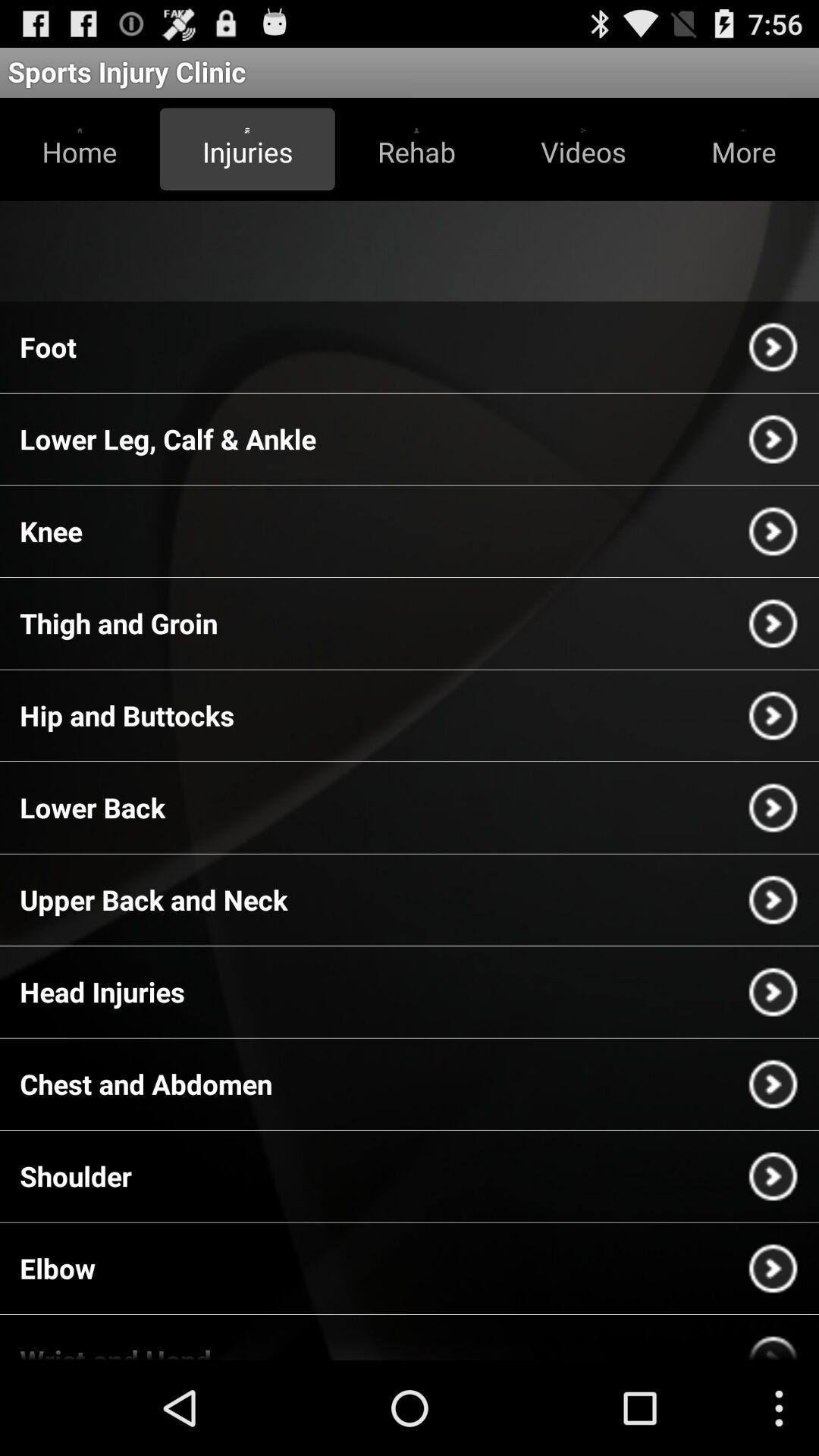  Describe the element at coordinates (773, 623) in the screenshot. I see `item next to thigh and groin` at that location.